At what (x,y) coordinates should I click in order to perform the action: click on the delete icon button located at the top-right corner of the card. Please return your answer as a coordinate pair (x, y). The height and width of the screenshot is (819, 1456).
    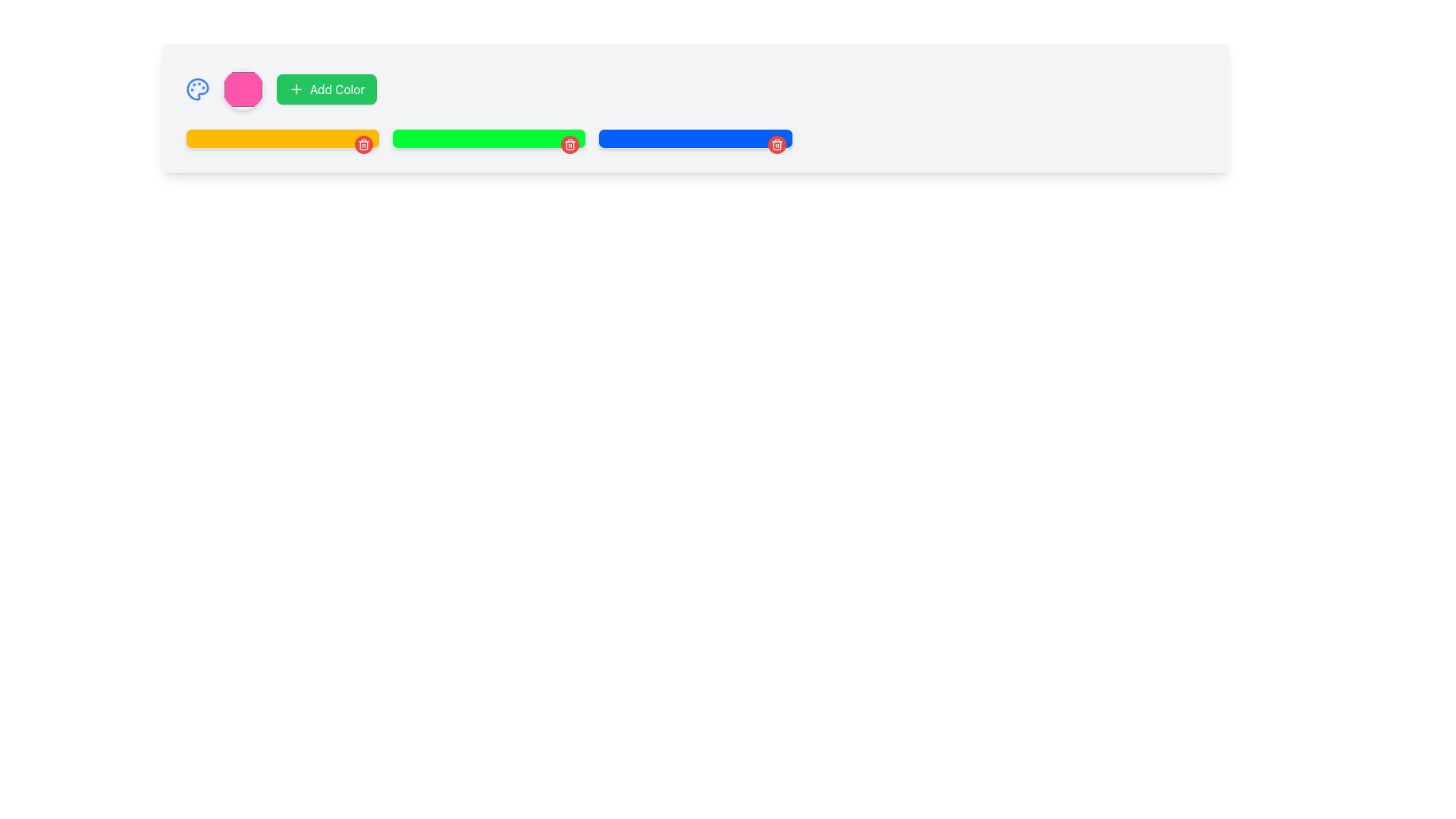
    Looking at the image, I should click on (570, 145).